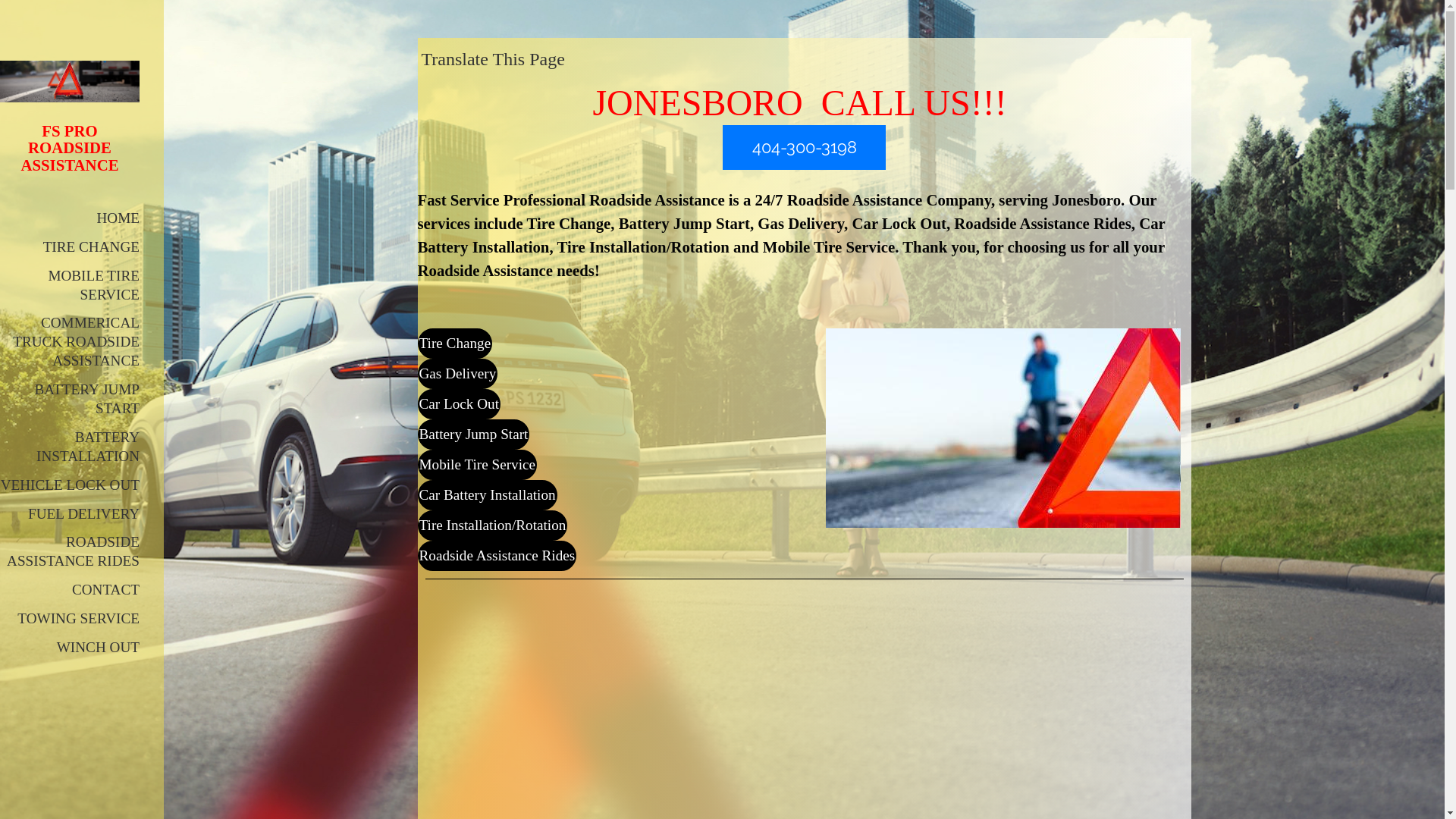  Describe the element at coordinates (417, 494) in the screenshot. I see `'Car Battery Installation'` at that location.